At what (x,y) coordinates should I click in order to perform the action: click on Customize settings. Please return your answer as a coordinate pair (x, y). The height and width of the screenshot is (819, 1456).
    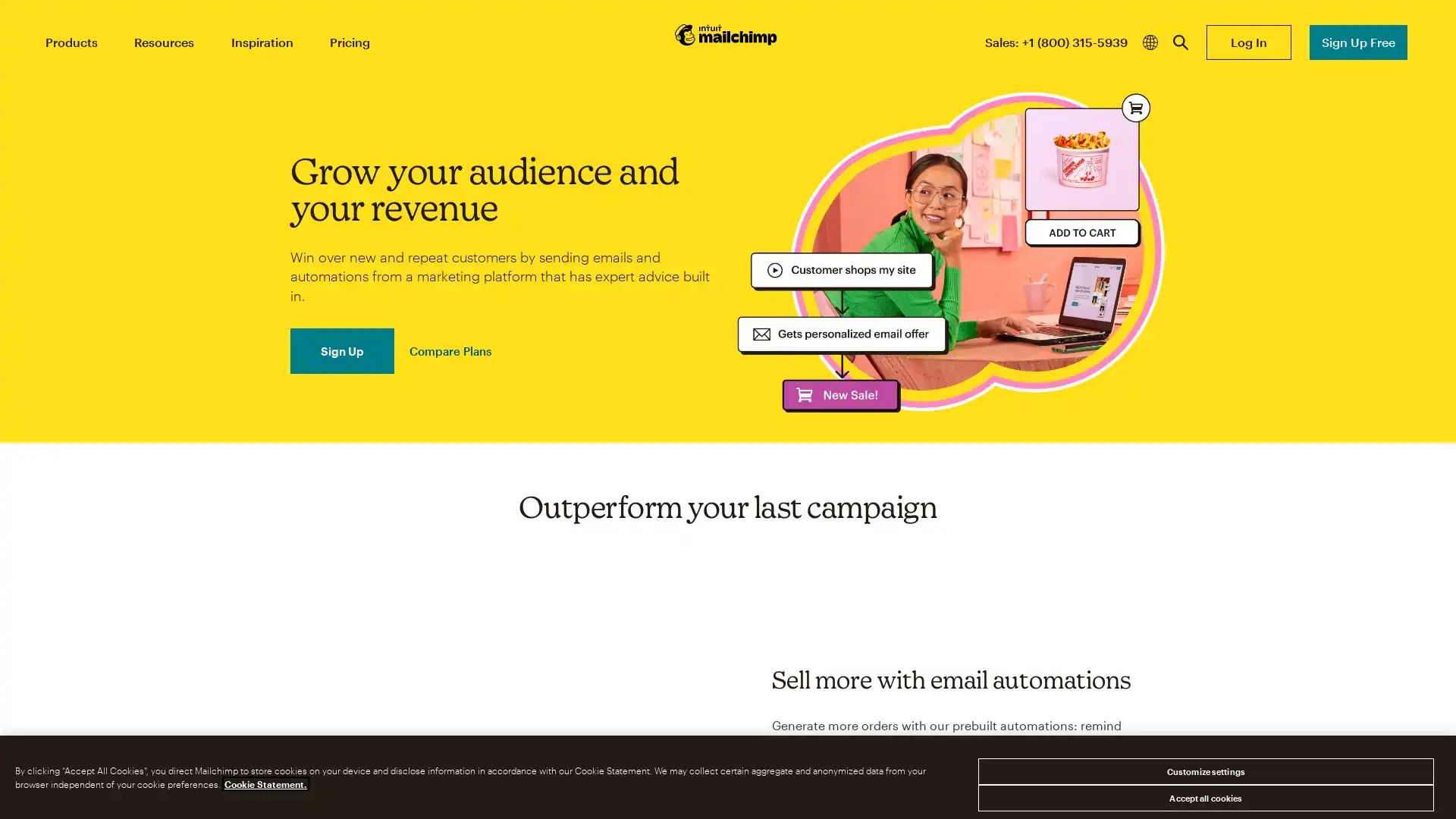
    Looking at the image, I should click on (1204, 771).